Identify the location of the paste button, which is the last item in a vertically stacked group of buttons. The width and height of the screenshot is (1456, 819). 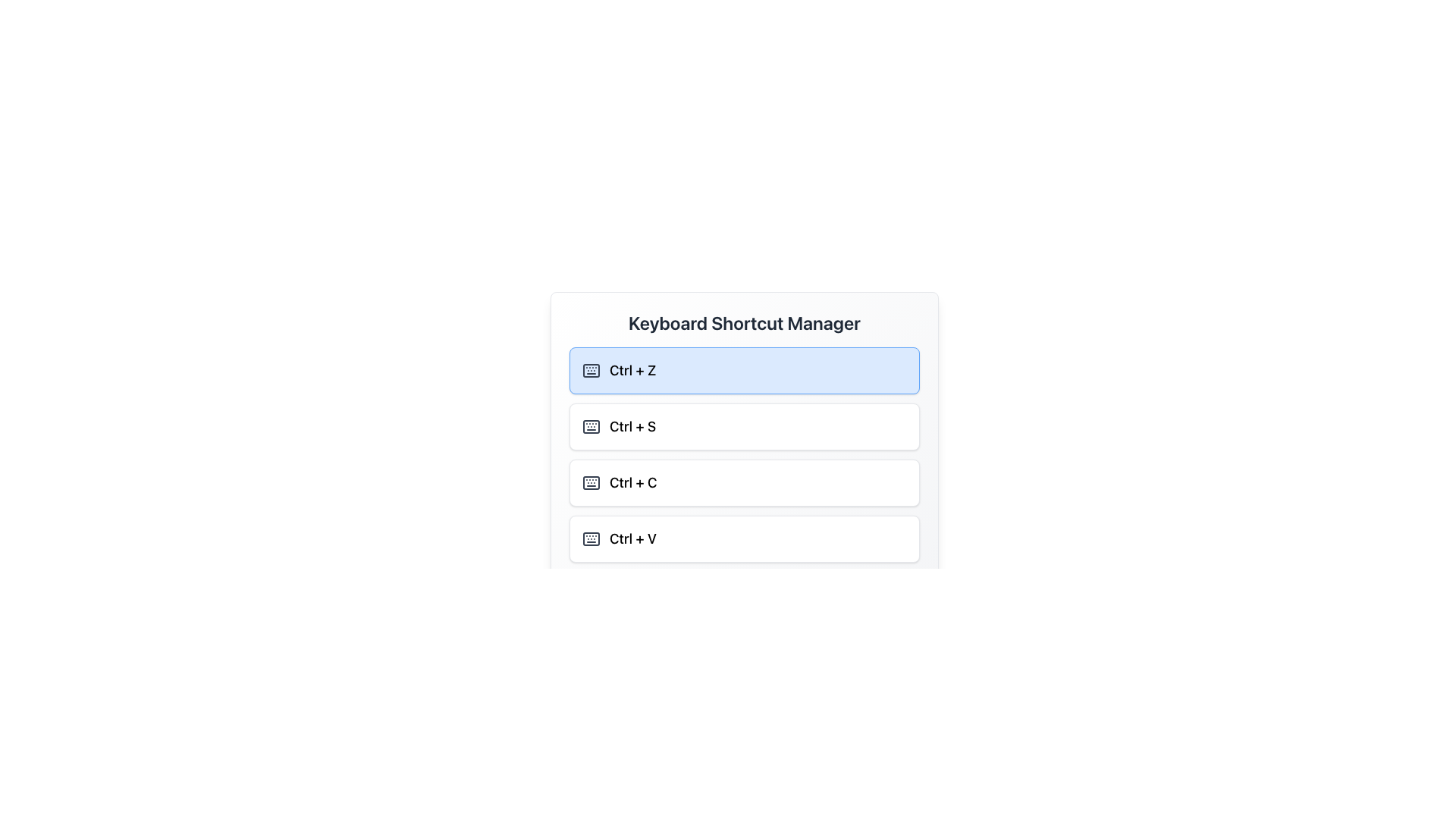
(745, 538).